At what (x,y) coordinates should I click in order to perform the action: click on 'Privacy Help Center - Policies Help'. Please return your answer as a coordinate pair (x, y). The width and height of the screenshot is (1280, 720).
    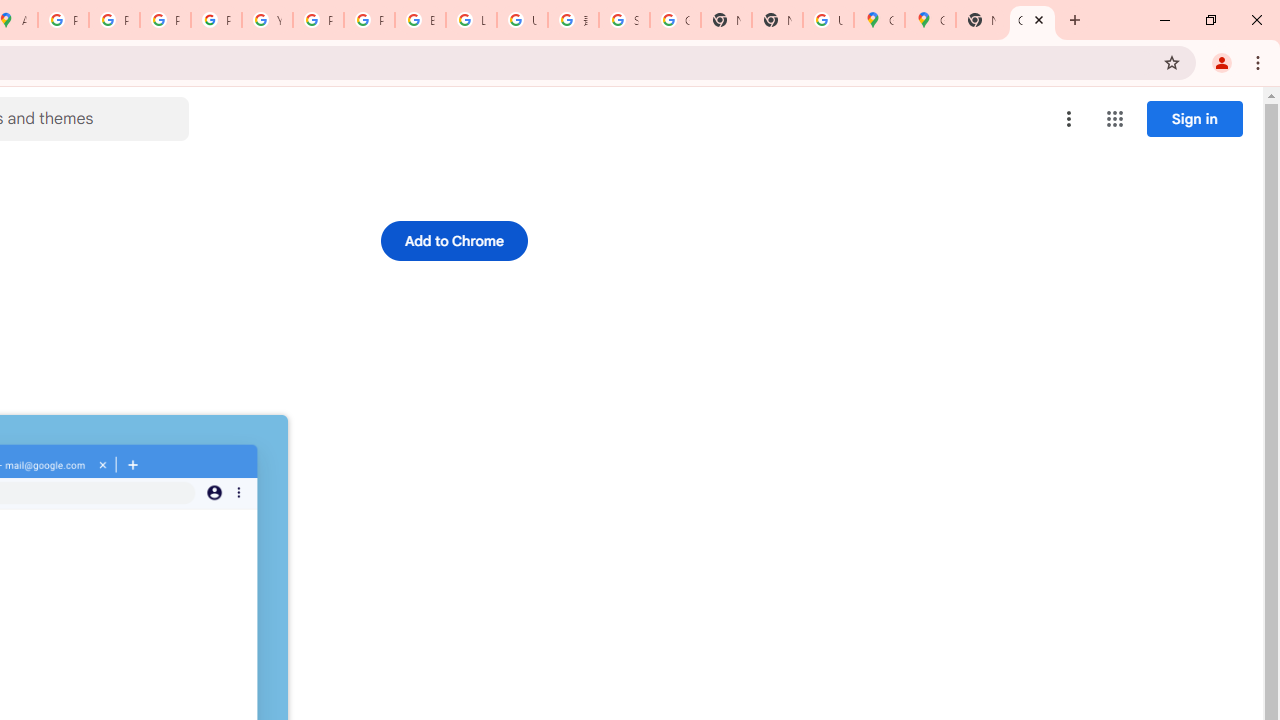
    Looking at the image, I should click on (112, 20).